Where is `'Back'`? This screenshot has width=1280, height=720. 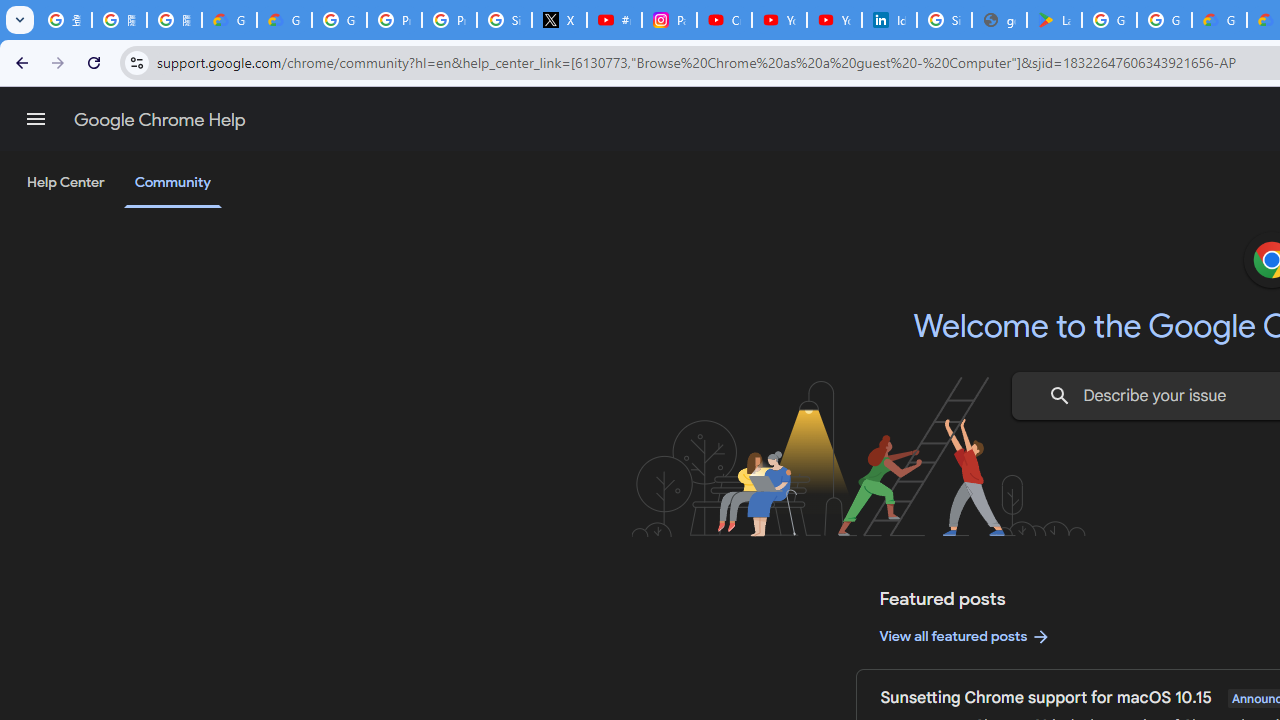
'Back' is located at coordinates (19, 61).